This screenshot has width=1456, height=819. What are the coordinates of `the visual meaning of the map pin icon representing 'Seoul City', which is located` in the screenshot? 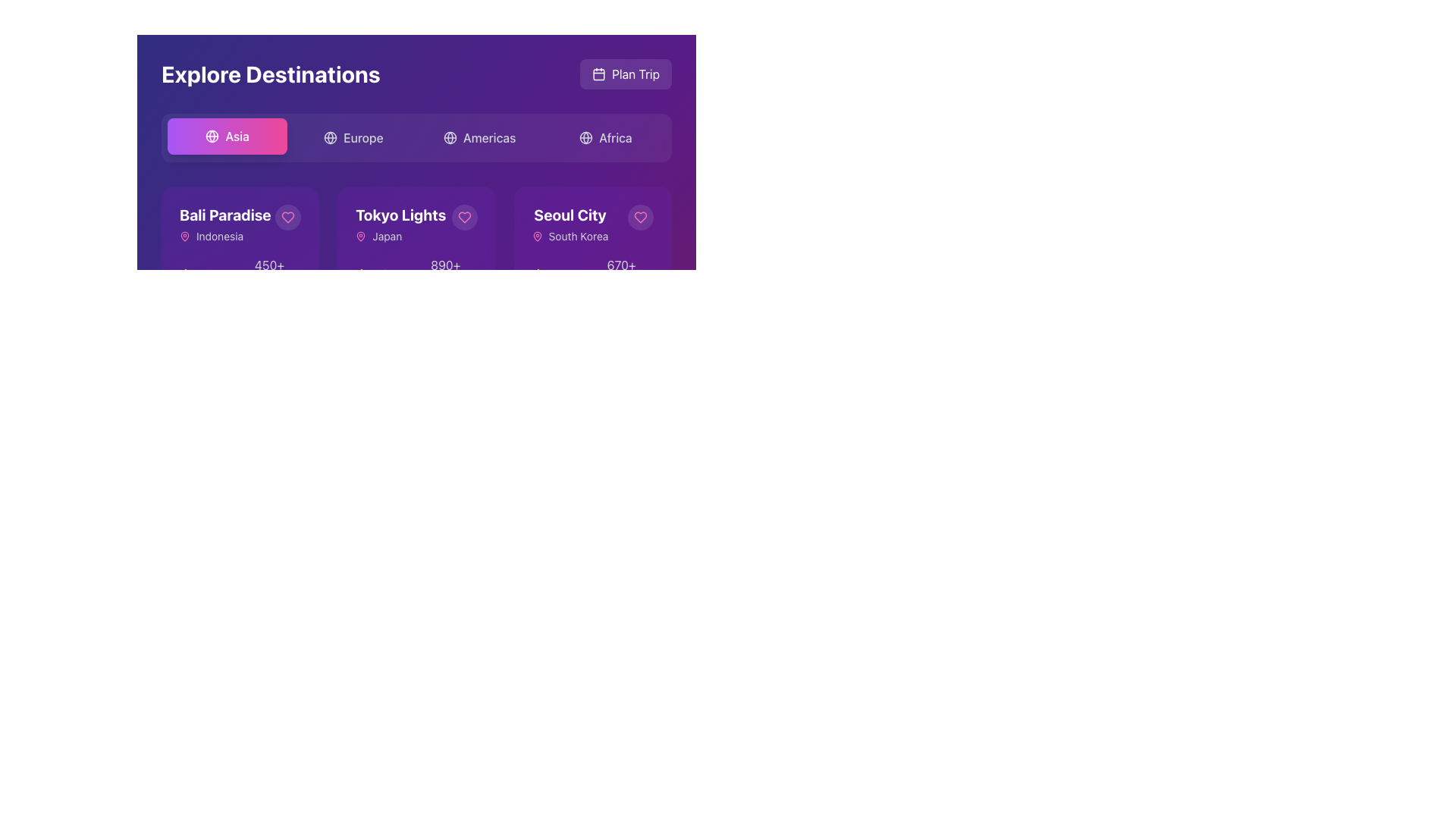 It's located at (537, 237).